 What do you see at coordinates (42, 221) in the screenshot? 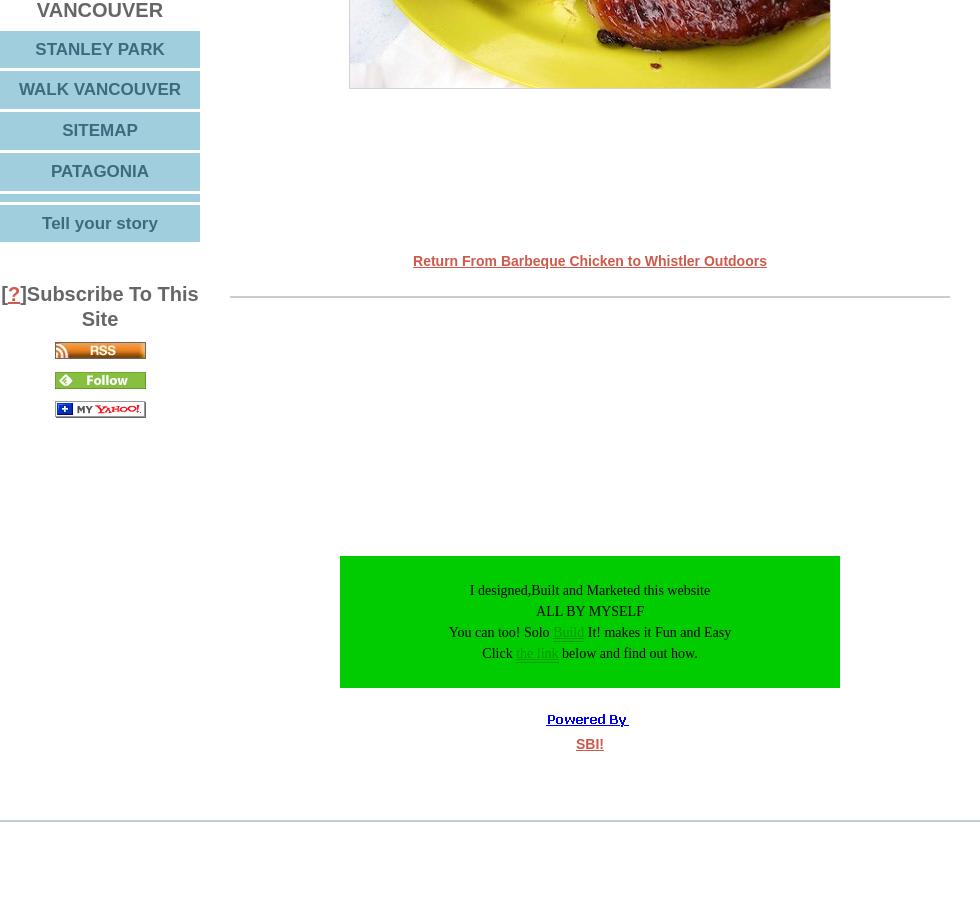
I see `'Tell your story'` at bounding box center [42, 221].